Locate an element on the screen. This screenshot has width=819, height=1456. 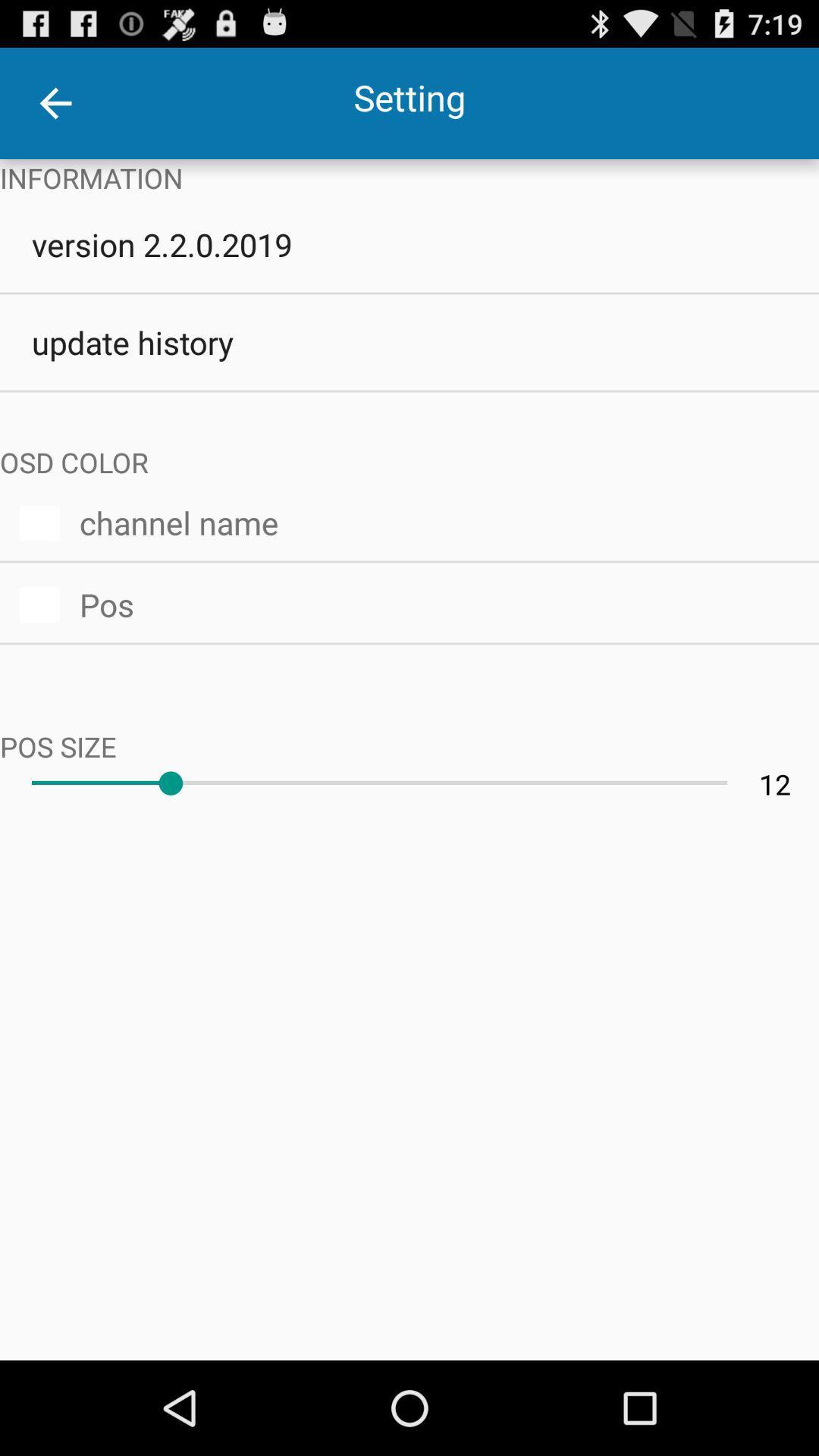
update history icon is located at coordinates (409, 341).